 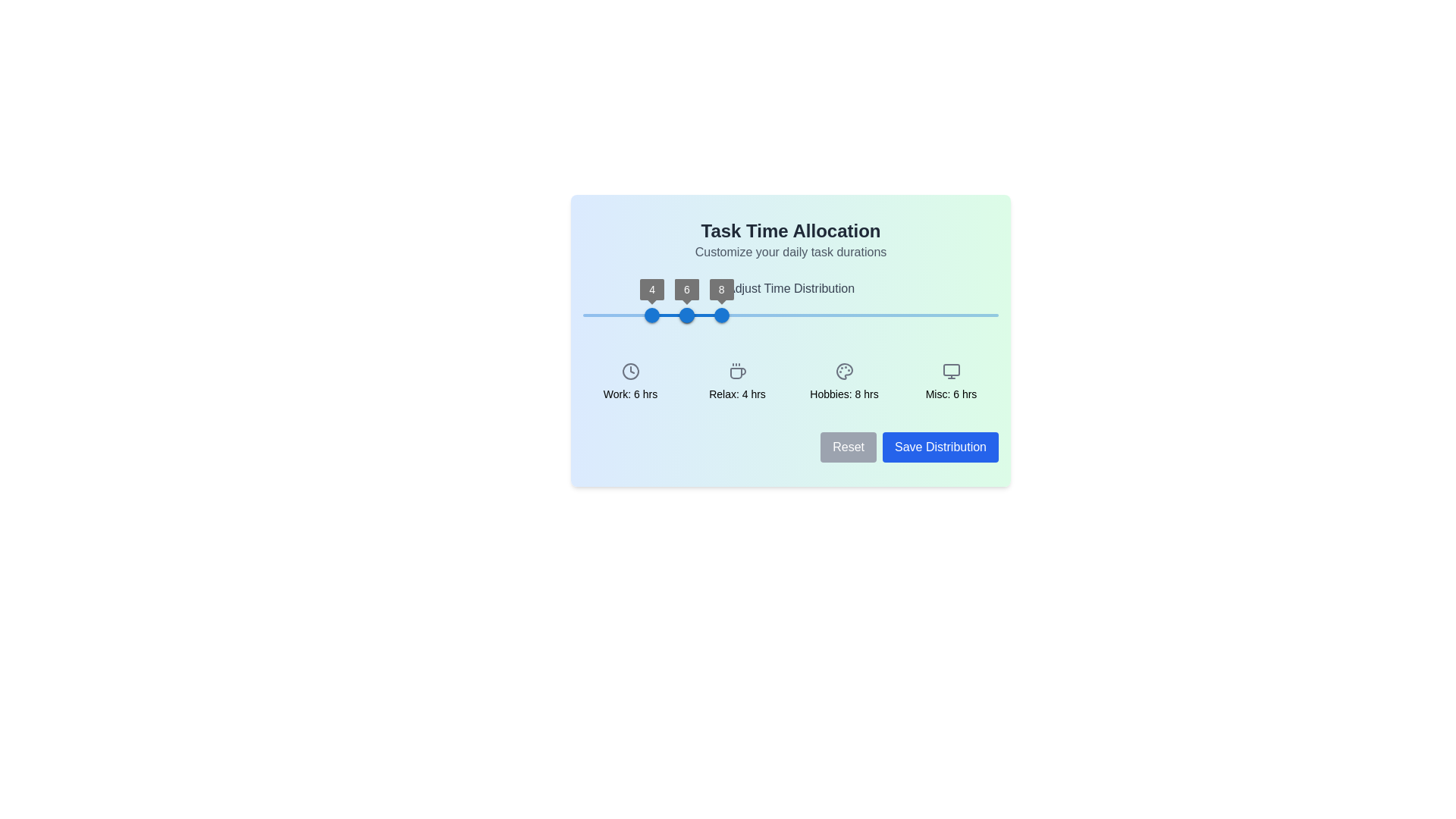 What do you see at coordinates (686, 289) in the screenshot?
I see `the value indicator displaying the numeric value '6' for the slider under the heading 'Task Time Allocation'` at bounding box center [686, 289].